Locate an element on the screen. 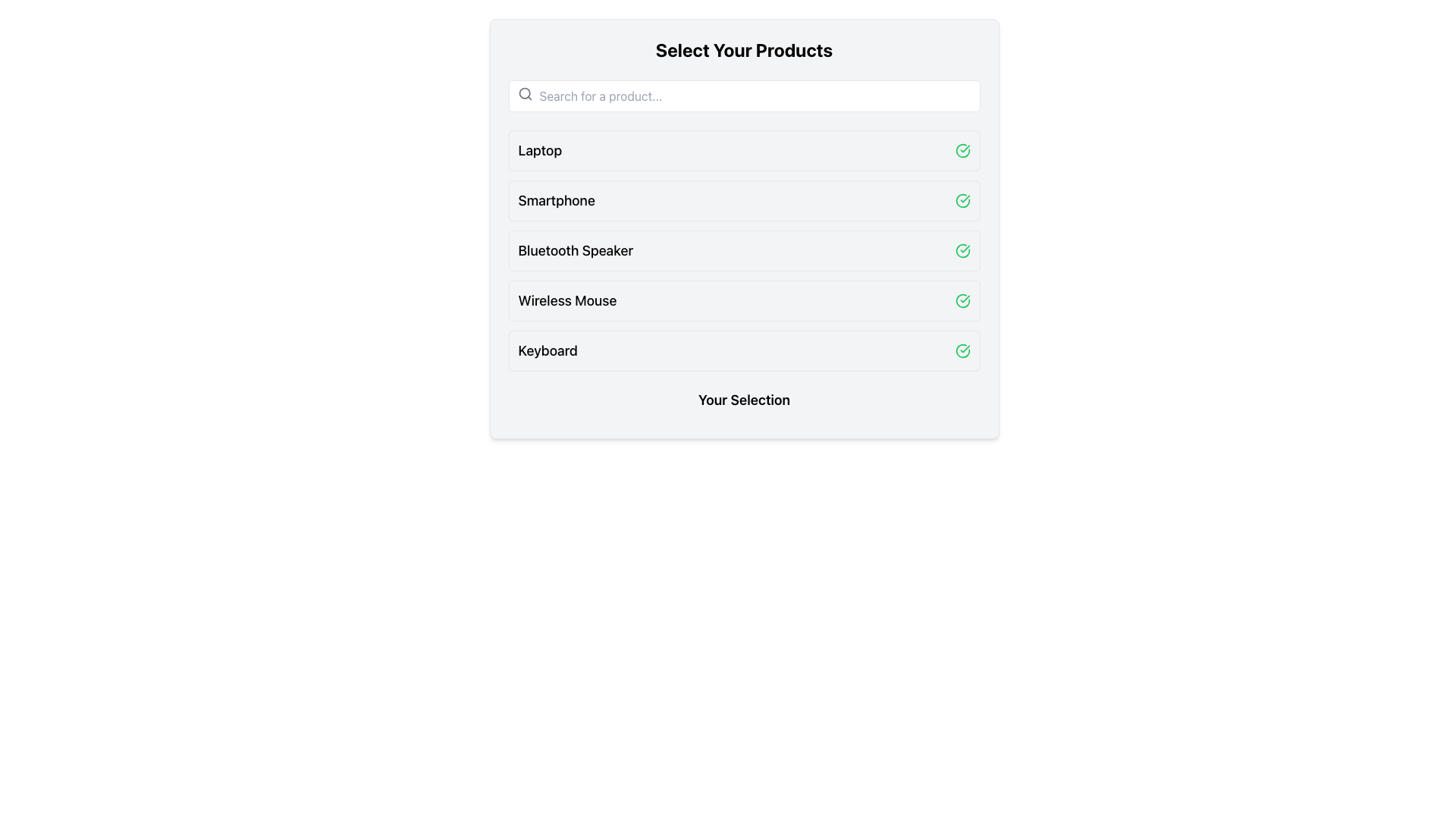 Image resolution: width=1456 pixels, height=819 pixels. the circular selection indicator icon with a green border and check mark, located at the far right of the 'Smartphone' row is located at coordinates (962, 200).